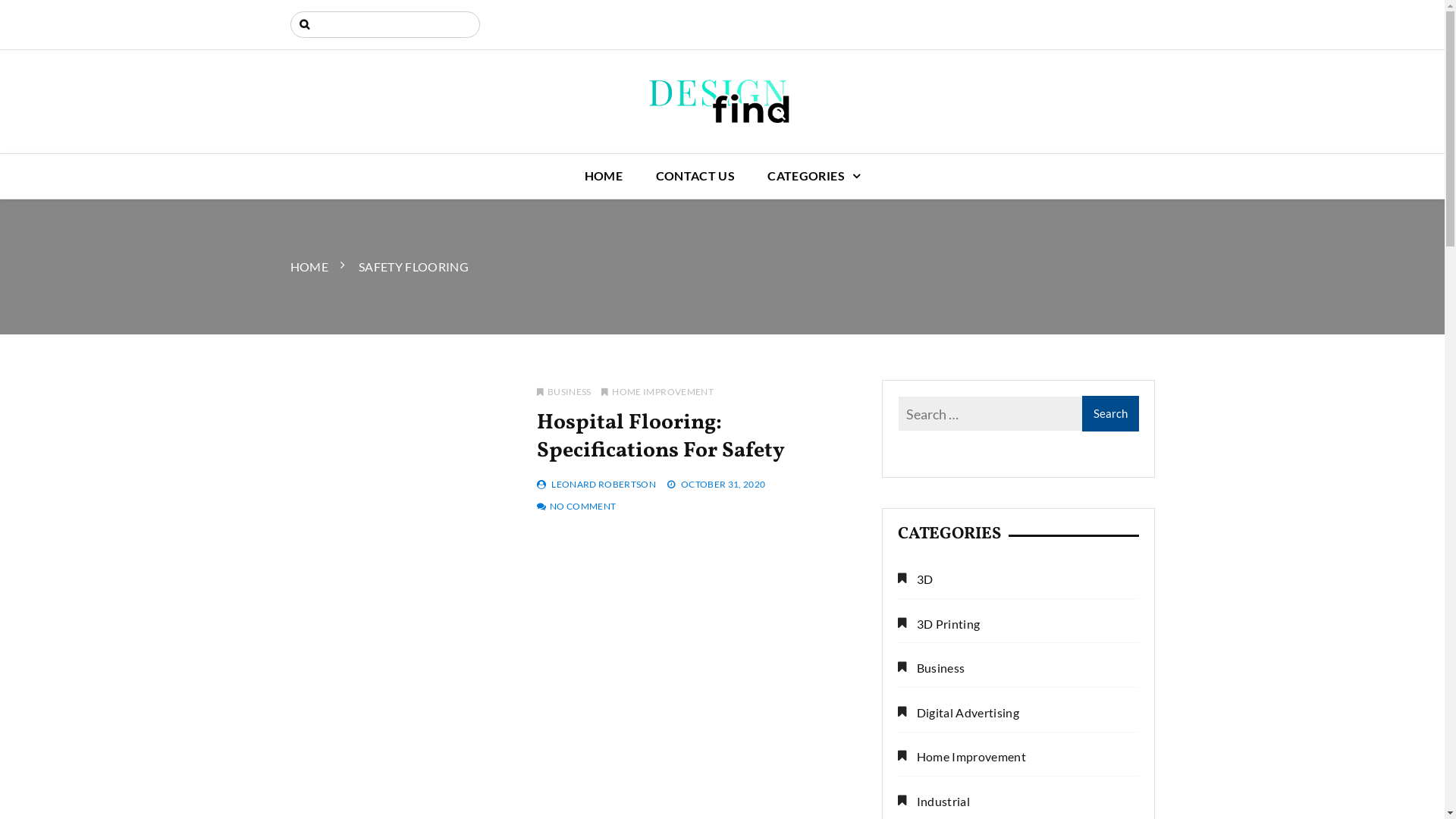 This screenshot has height=819, width=1456. I want to click on 'NO COMMENT', so click(582, 506).